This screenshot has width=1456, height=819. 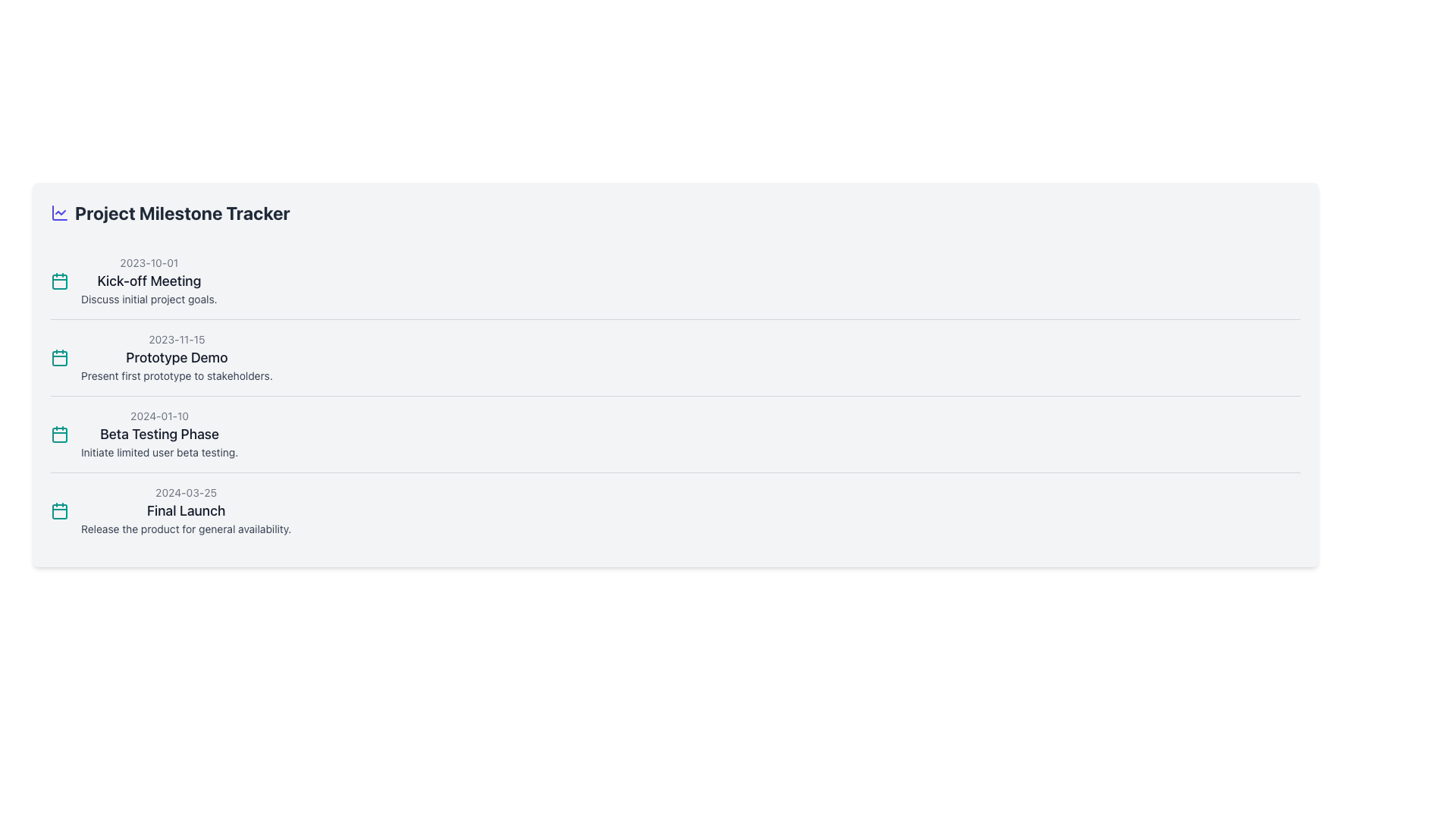 I want to click on the calendar icon associated with the 'Final Launch' milestone for the date '2024-03-25', so click(x=59, y=511).